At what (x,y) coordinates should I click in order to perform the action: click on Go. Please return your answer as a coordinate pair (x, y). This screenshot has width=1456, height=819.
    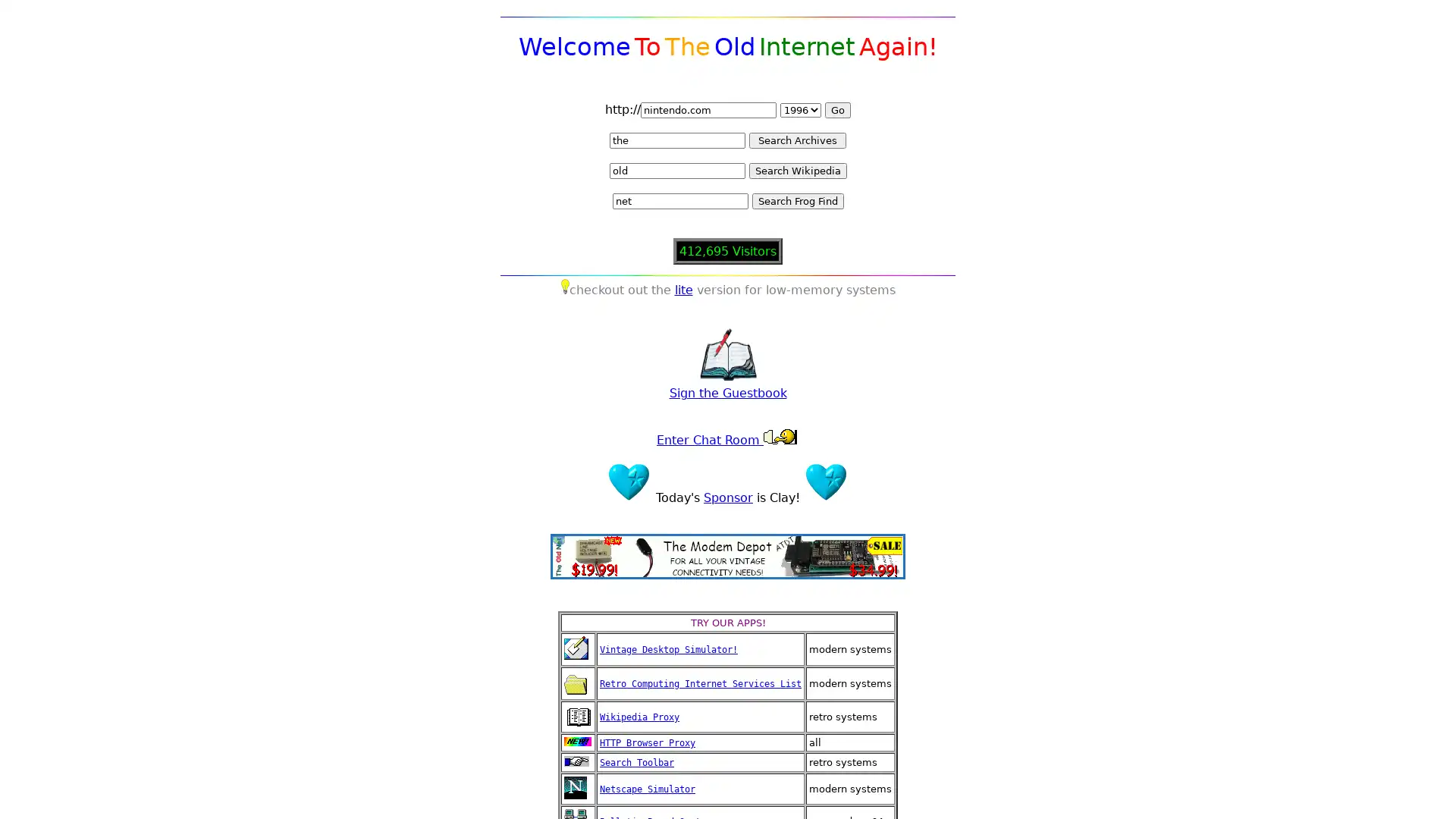
    Looking at the image, I should click on (836, 109).